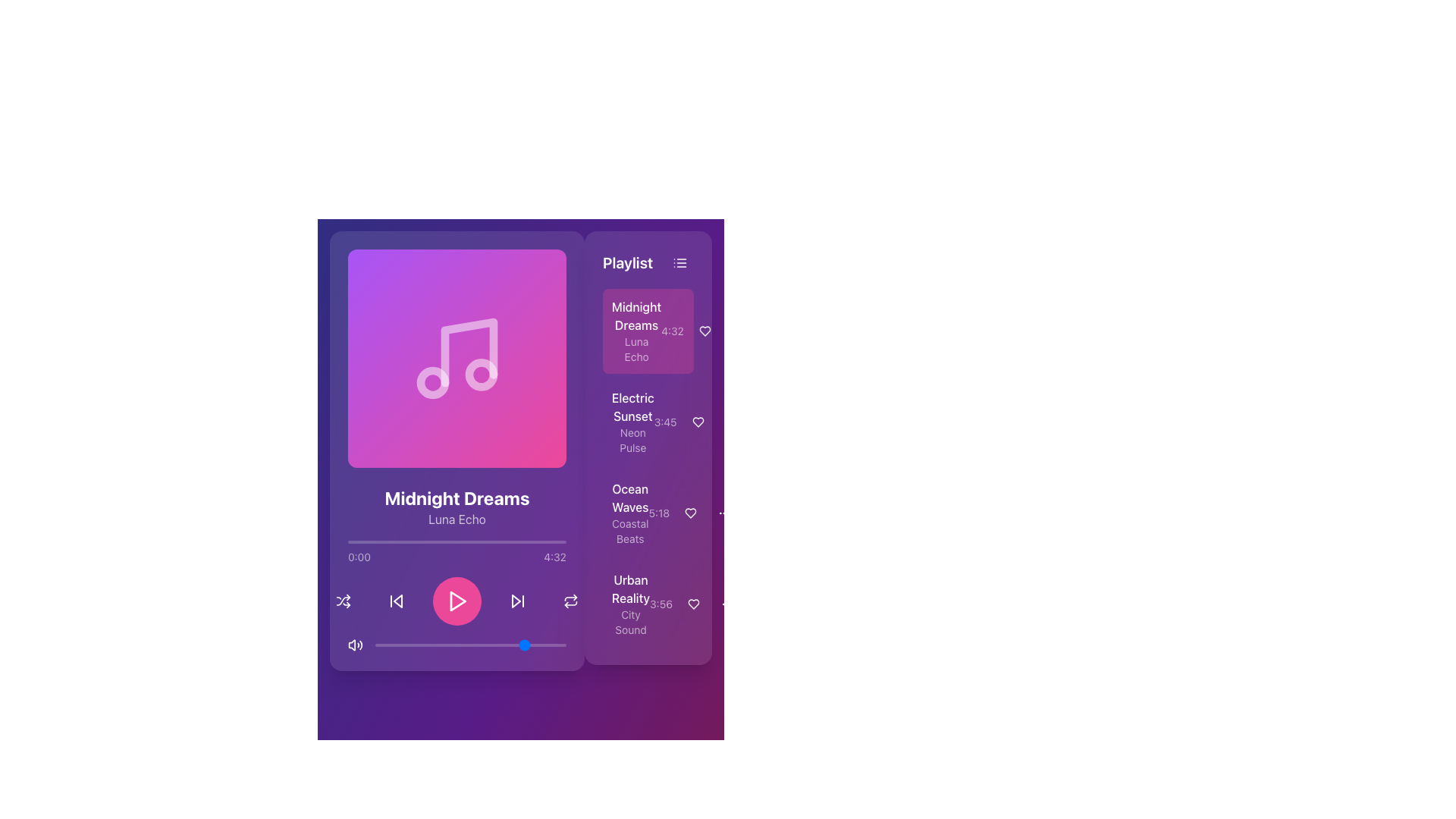 Image resolution: width=1456 pixels, height=819 pixels. I want to click on the static text element displaying '3:45', which is positioned in the top-right corner of the 'Playlist' section and has a purple background, so click(665, 422).